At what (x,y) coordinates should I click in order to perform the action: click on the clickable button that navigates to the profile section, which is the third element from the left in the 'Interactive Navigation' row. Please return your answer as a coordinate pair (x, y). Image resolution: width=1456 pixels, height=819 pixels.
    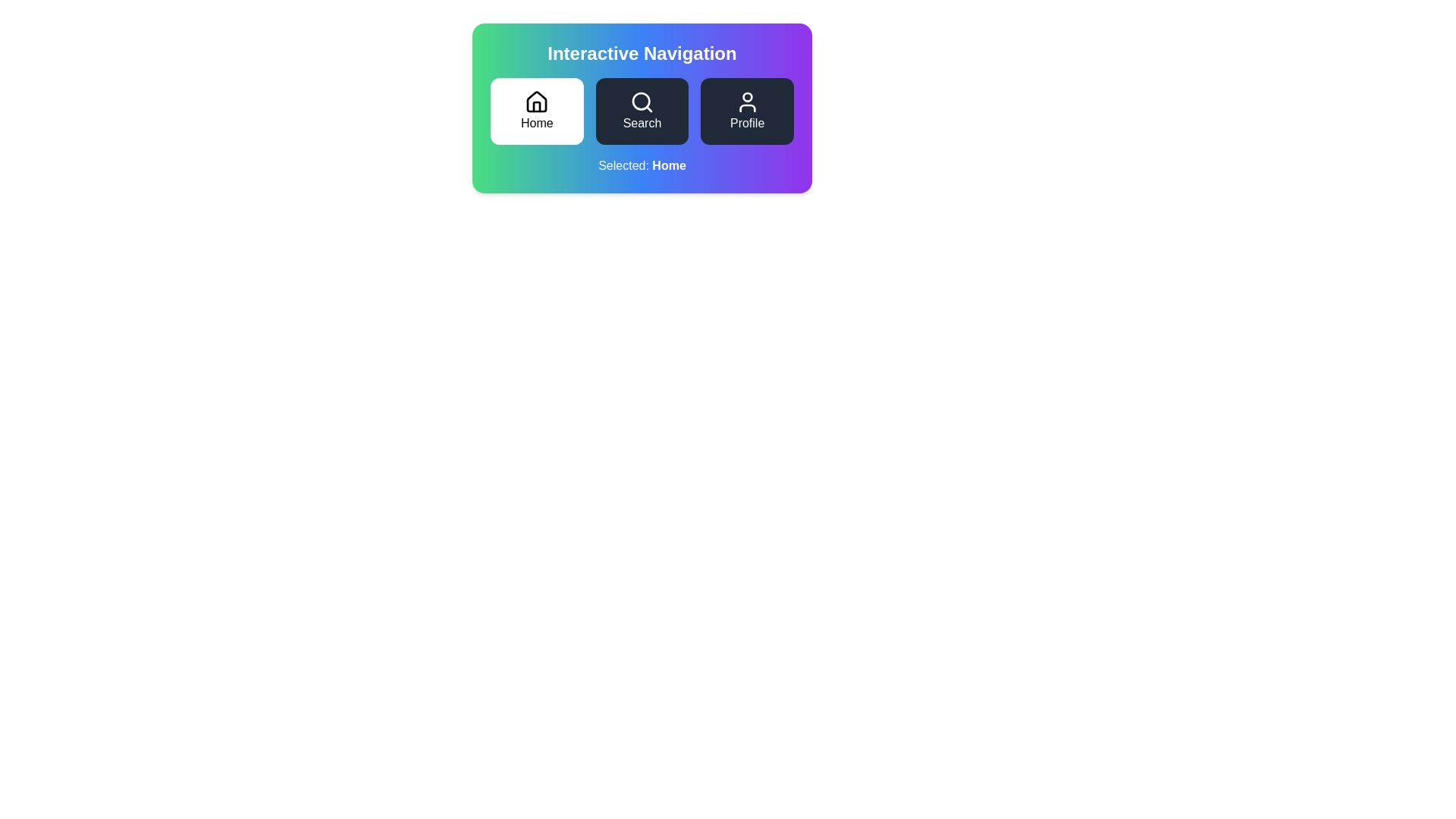
    Looking at the image, I should click on (747, 110).